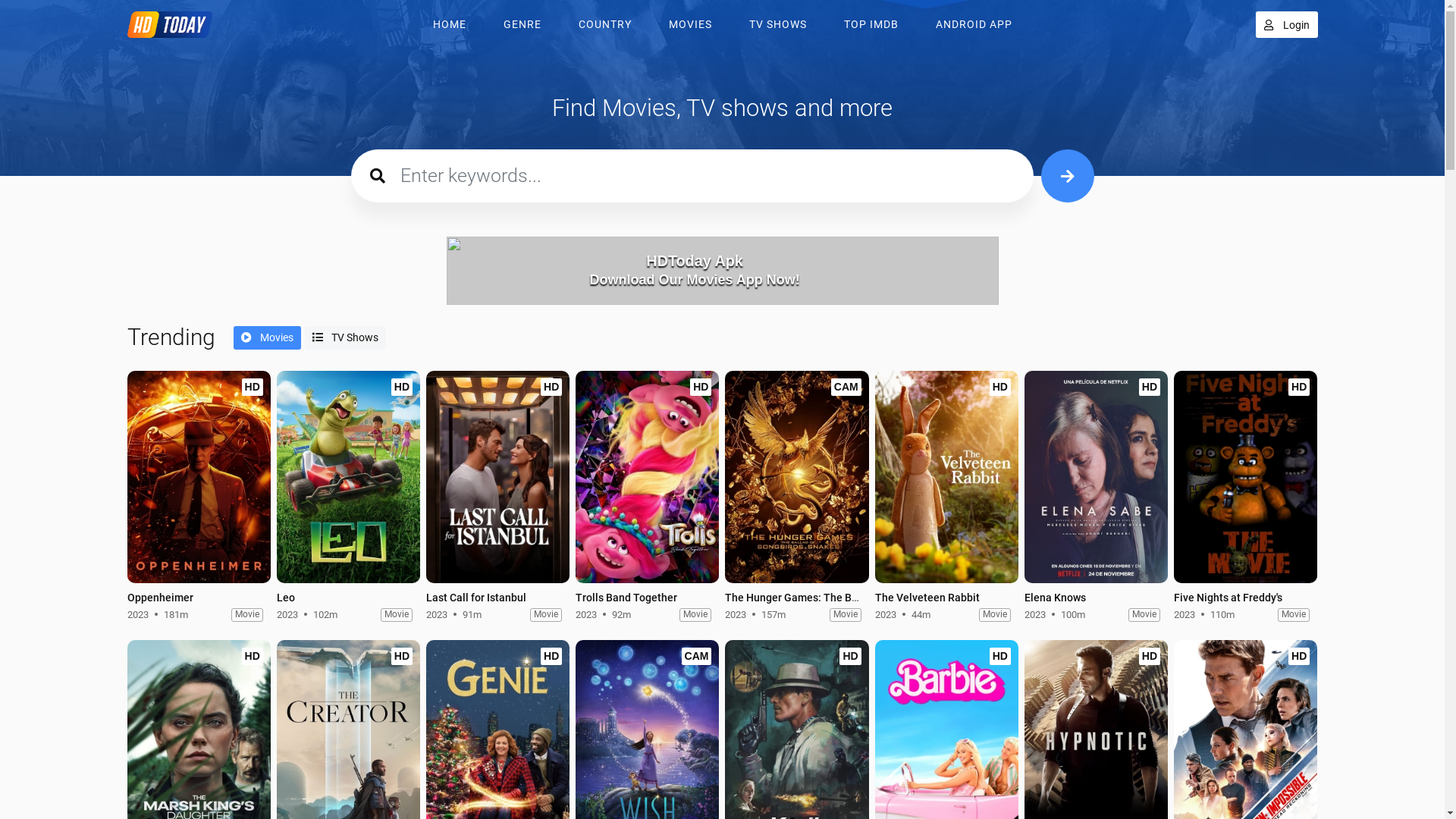 The image size is (1456, 819). I want to click on 'TOP IMDB', so click(870, 24).